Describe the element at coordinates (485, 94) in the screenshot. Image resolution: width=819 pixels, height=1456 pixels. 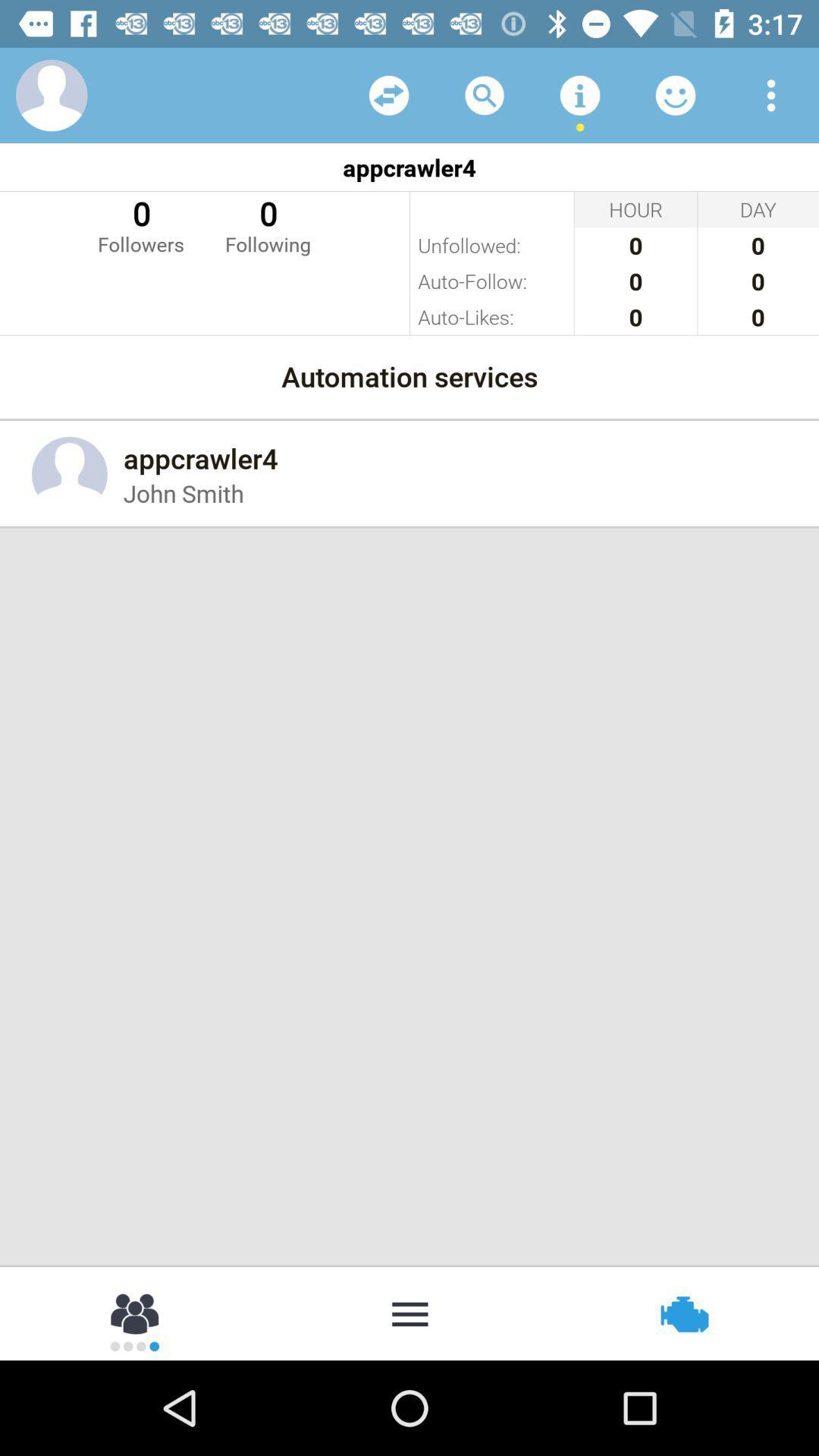
I see `the item above appcrawler4 icon` at that location.